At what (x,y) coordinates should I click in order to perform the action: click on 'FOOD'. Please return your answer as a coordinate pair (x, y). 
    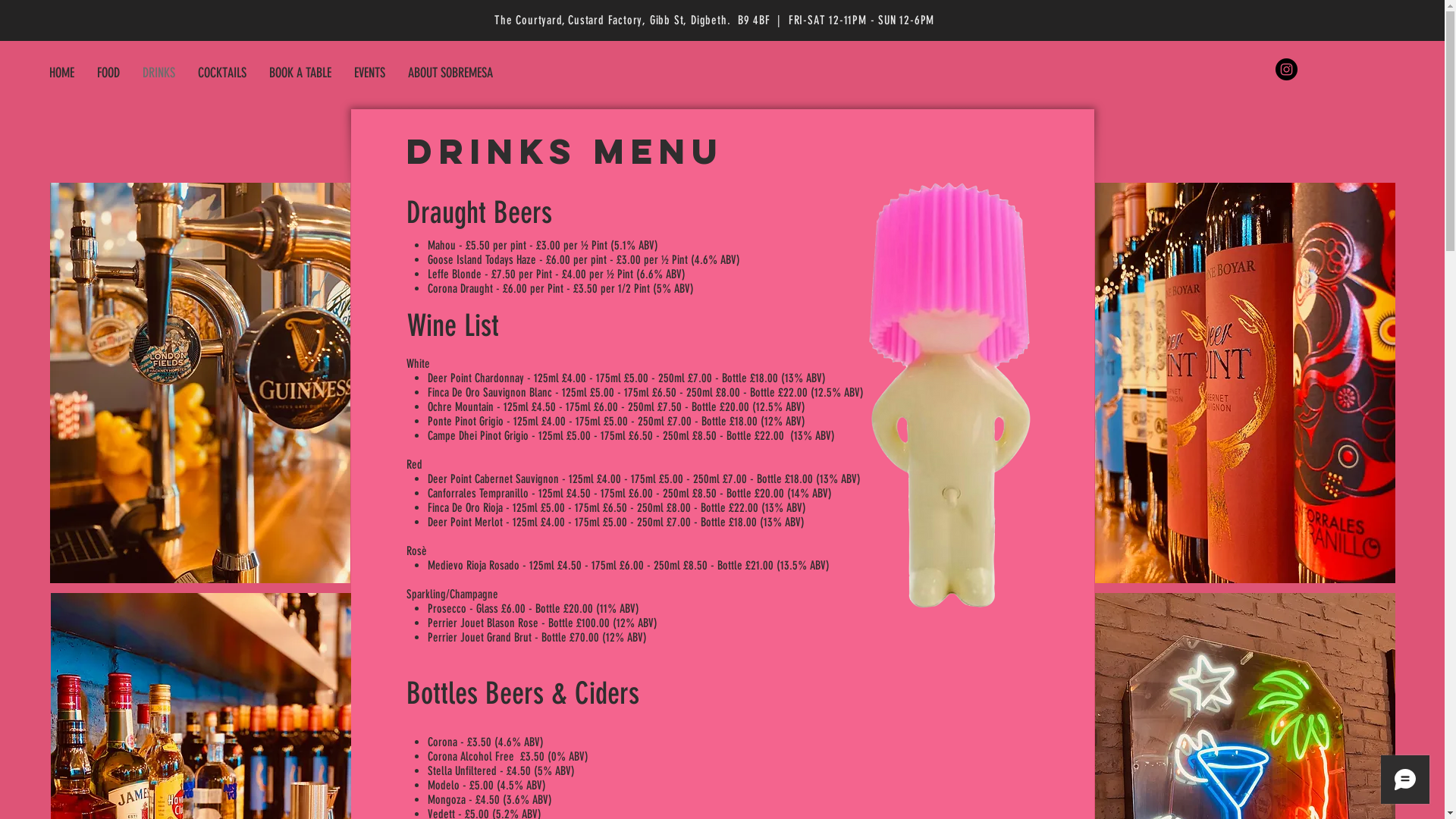
    Looking at the image, I should click on (108, 73).